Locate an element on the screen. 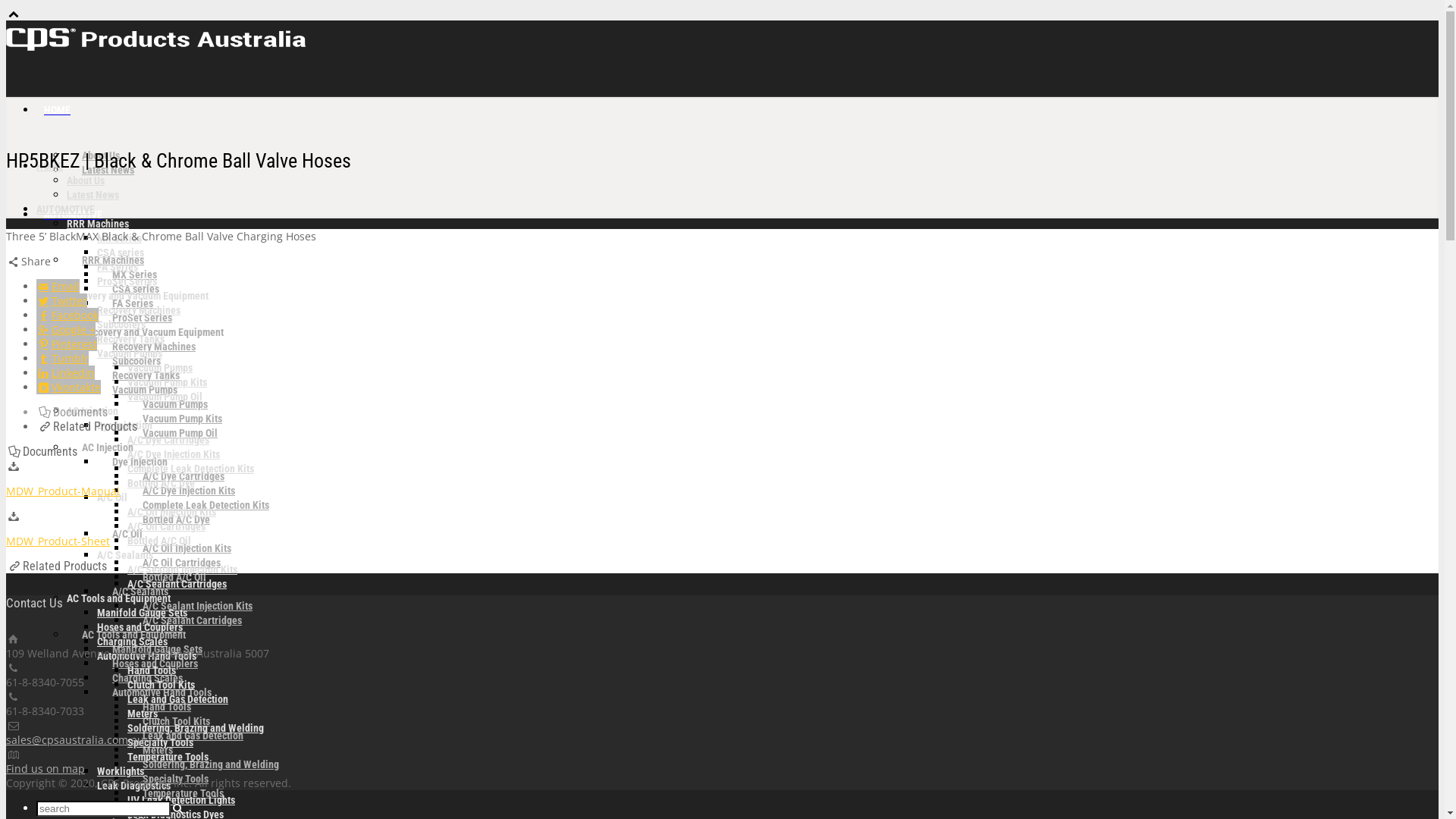  'Temperature Tools' is located at coordinates (127, 757).